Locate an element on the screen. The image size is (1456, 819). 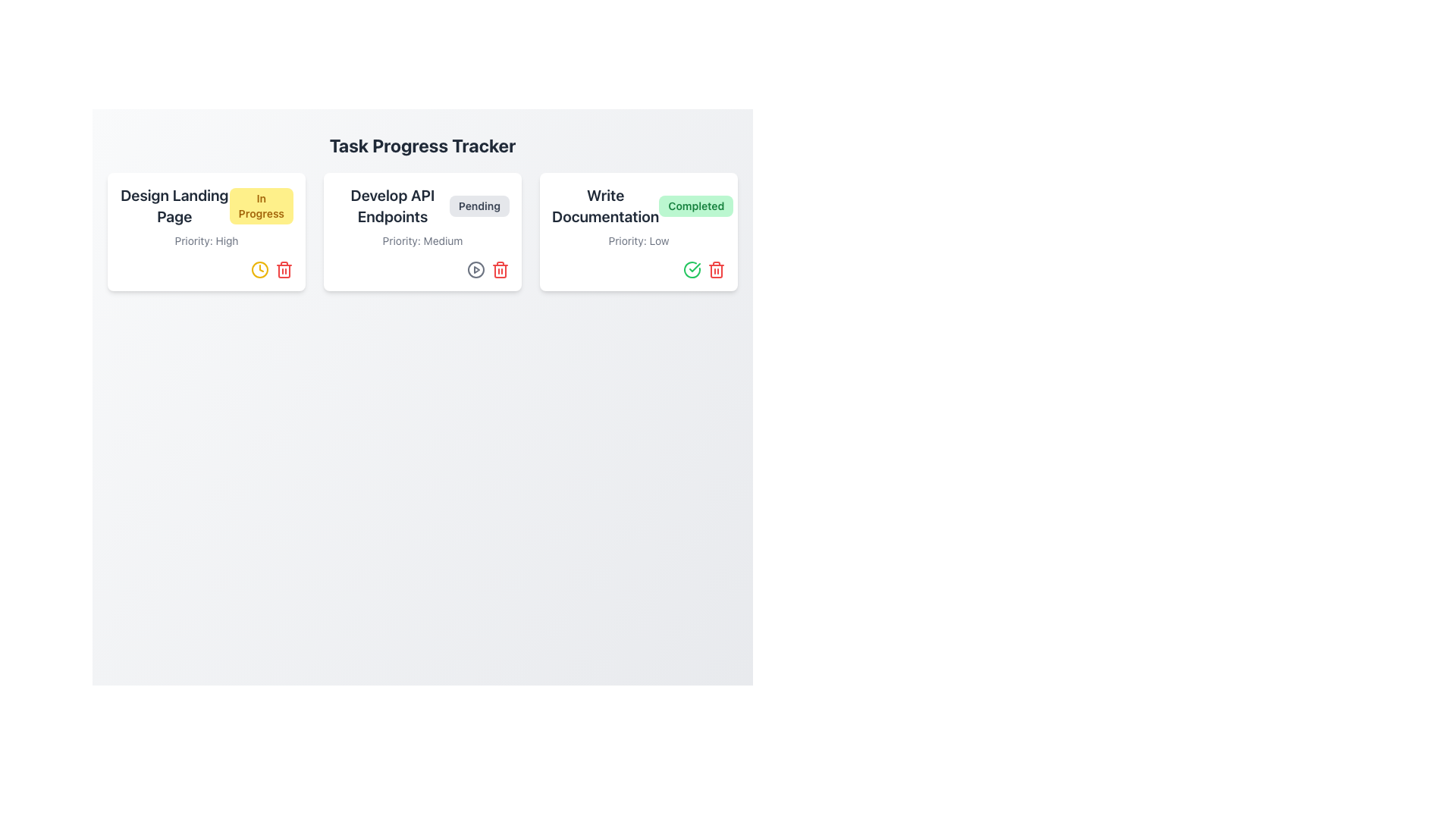
the text label displaying 'Priority: High' that is styled in gray color and positioned below the main content of the task card titled 'Design Landing Page' is located at coordinates (206, 240).